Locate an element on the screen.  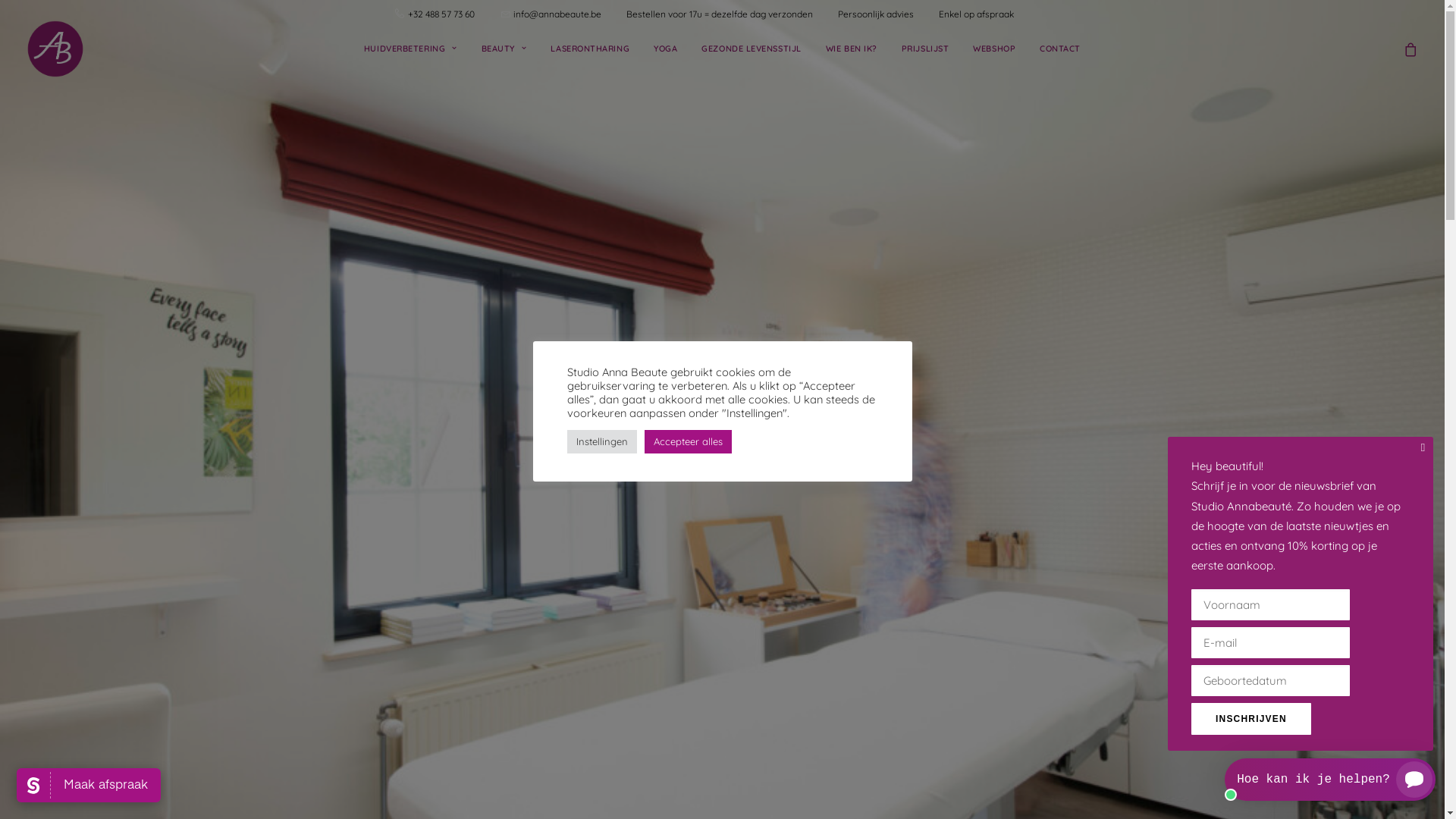
'HUIDVERBETERING' is located at coordinates (410, 48).